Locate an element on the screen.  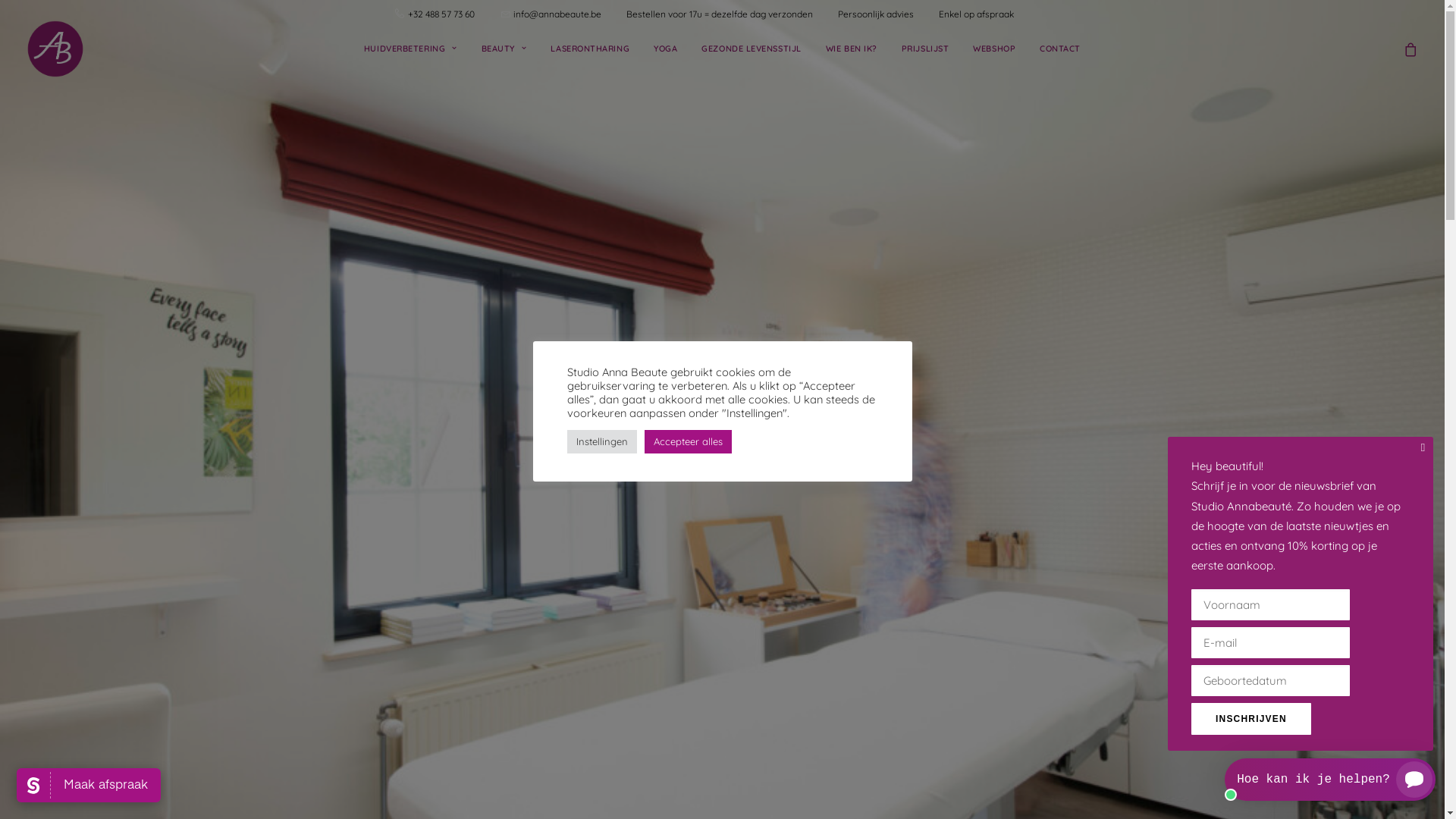
'HUIDVERBETERING' is located at coordinates (410, 48).